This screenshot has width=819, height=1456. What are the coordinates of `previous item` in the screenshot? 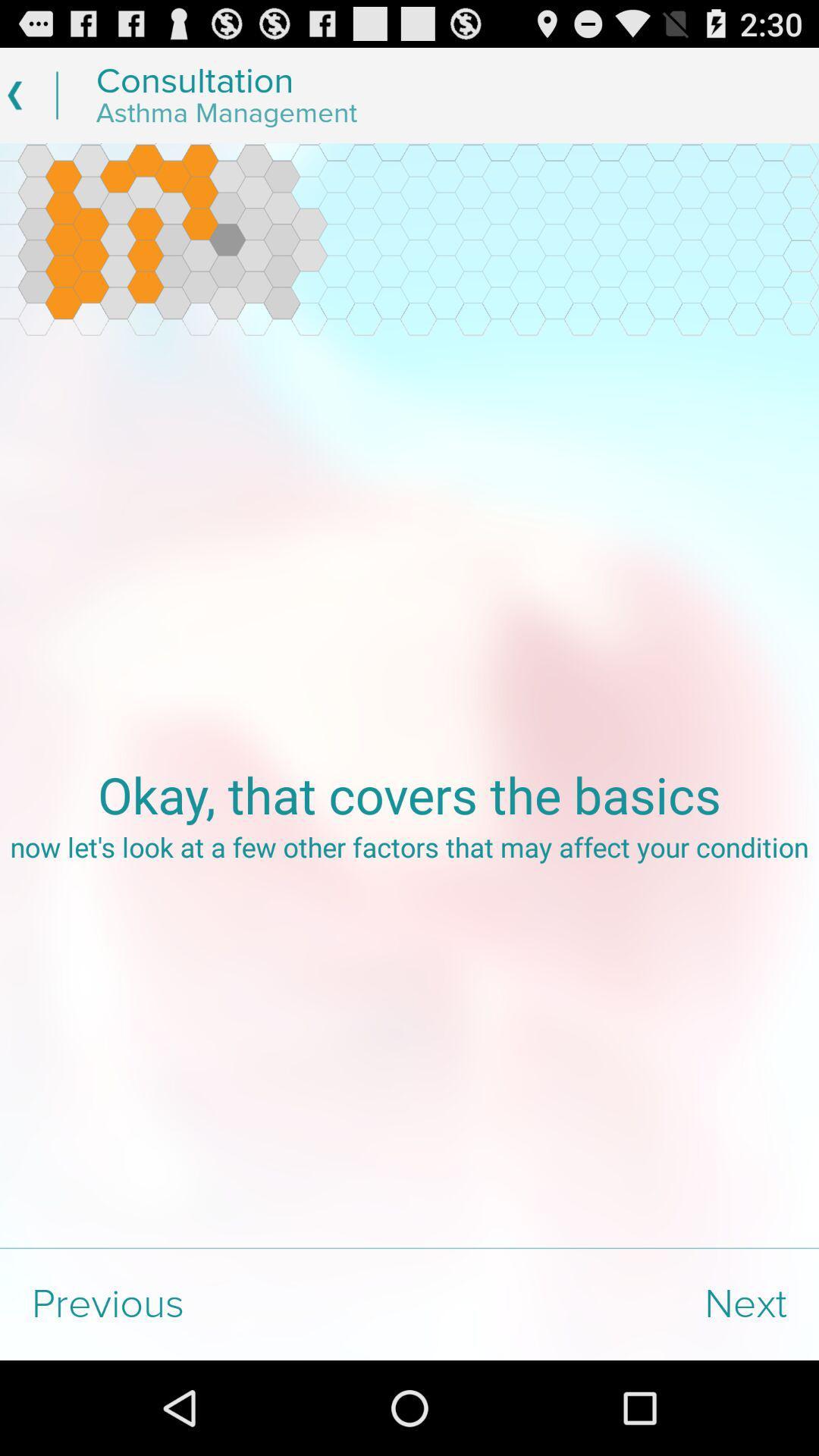 It's located at (205, 1304).